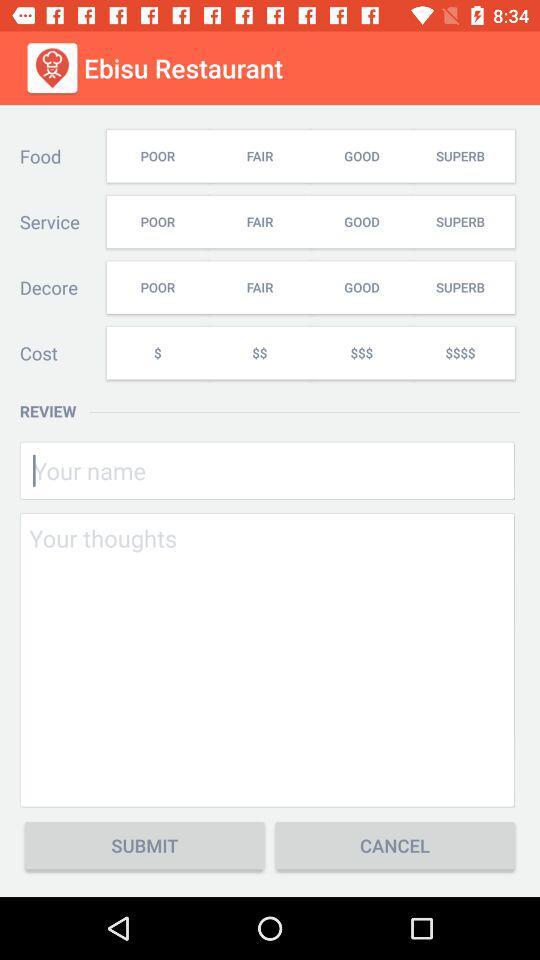 Image resolution: width=540 pixels, height=960 pixels. What do you see at coordinates (360, 353) in the screenshot?
I see `icon below the fair icon` at bounding box center [360, 353].